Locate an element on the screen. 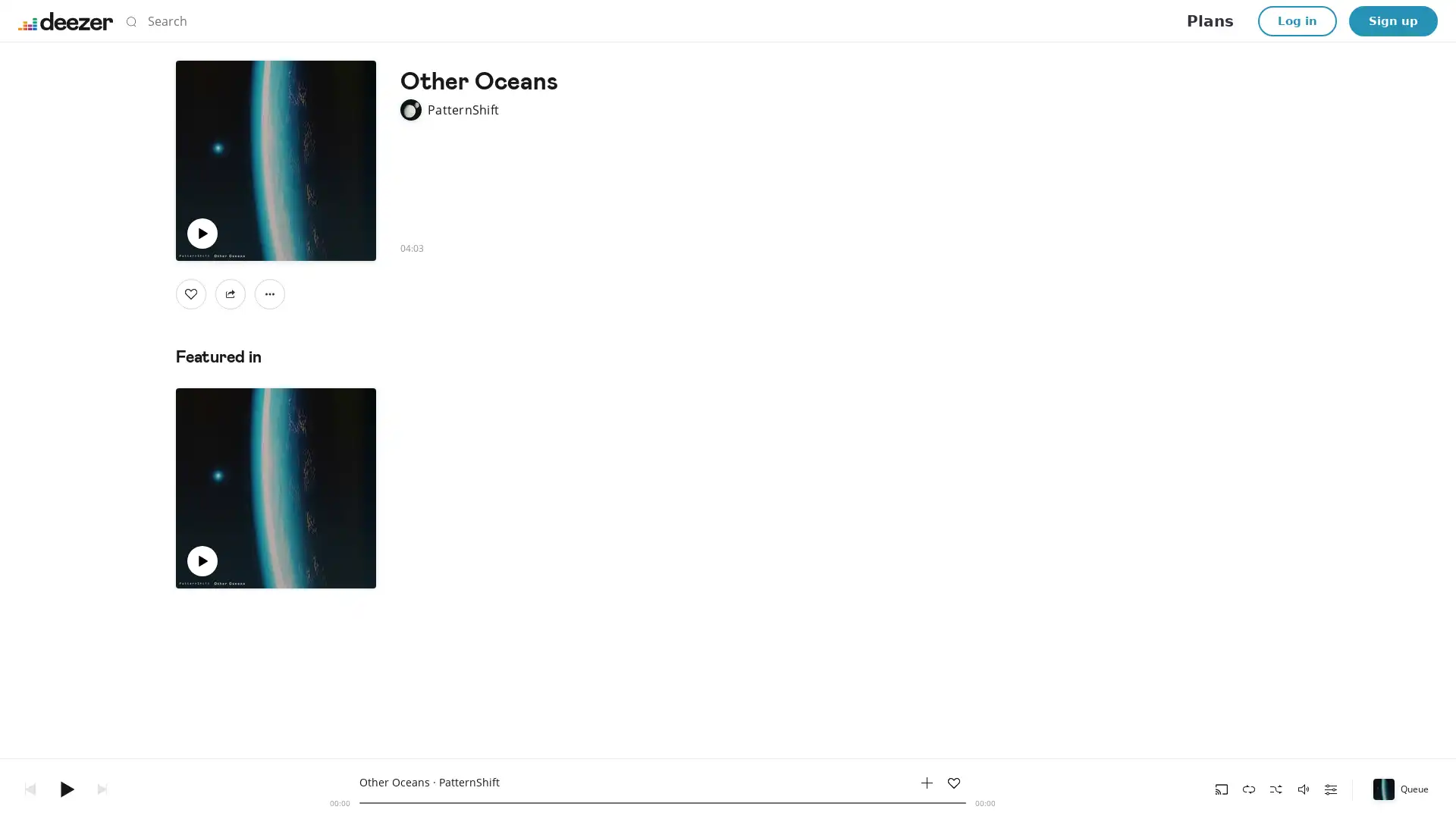 The image size is (1456, 819). Turn on Shuffle is located at coordinates (1276, 788).